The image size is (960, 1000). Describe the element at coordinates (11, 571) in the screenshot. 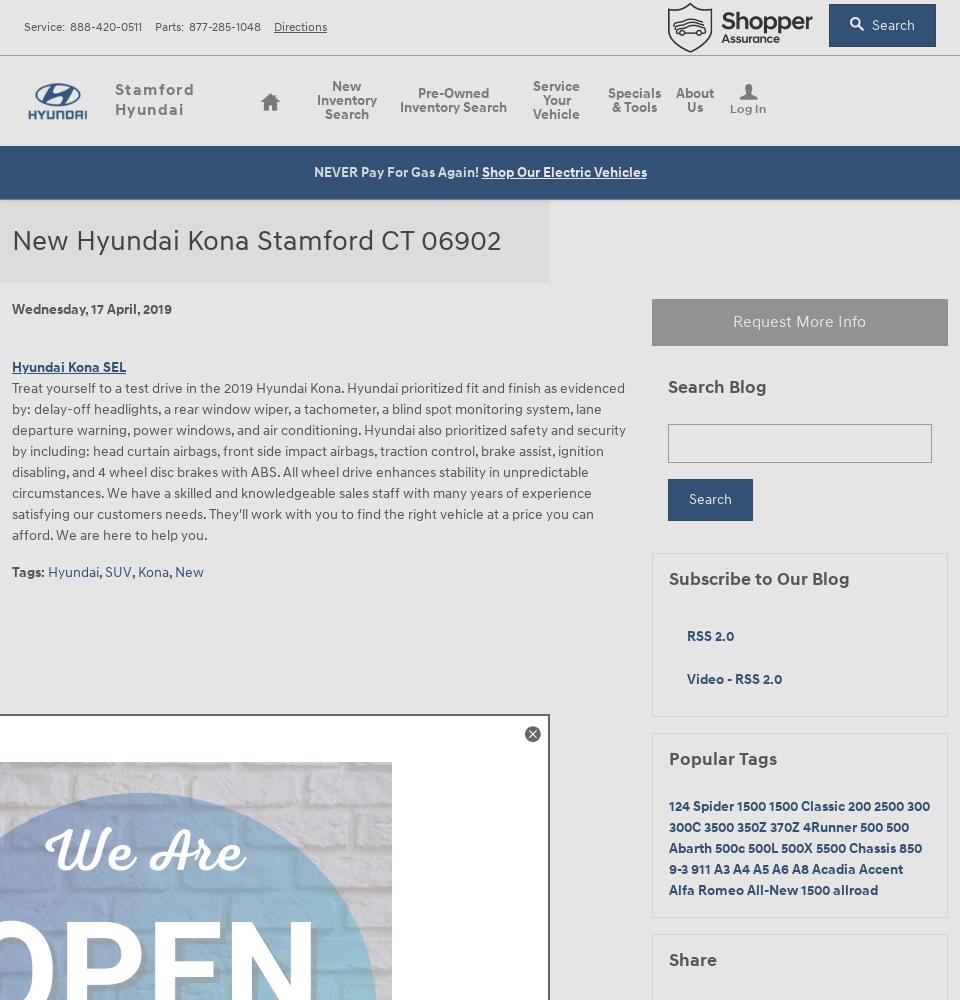

I see `'Tags'` at that location.